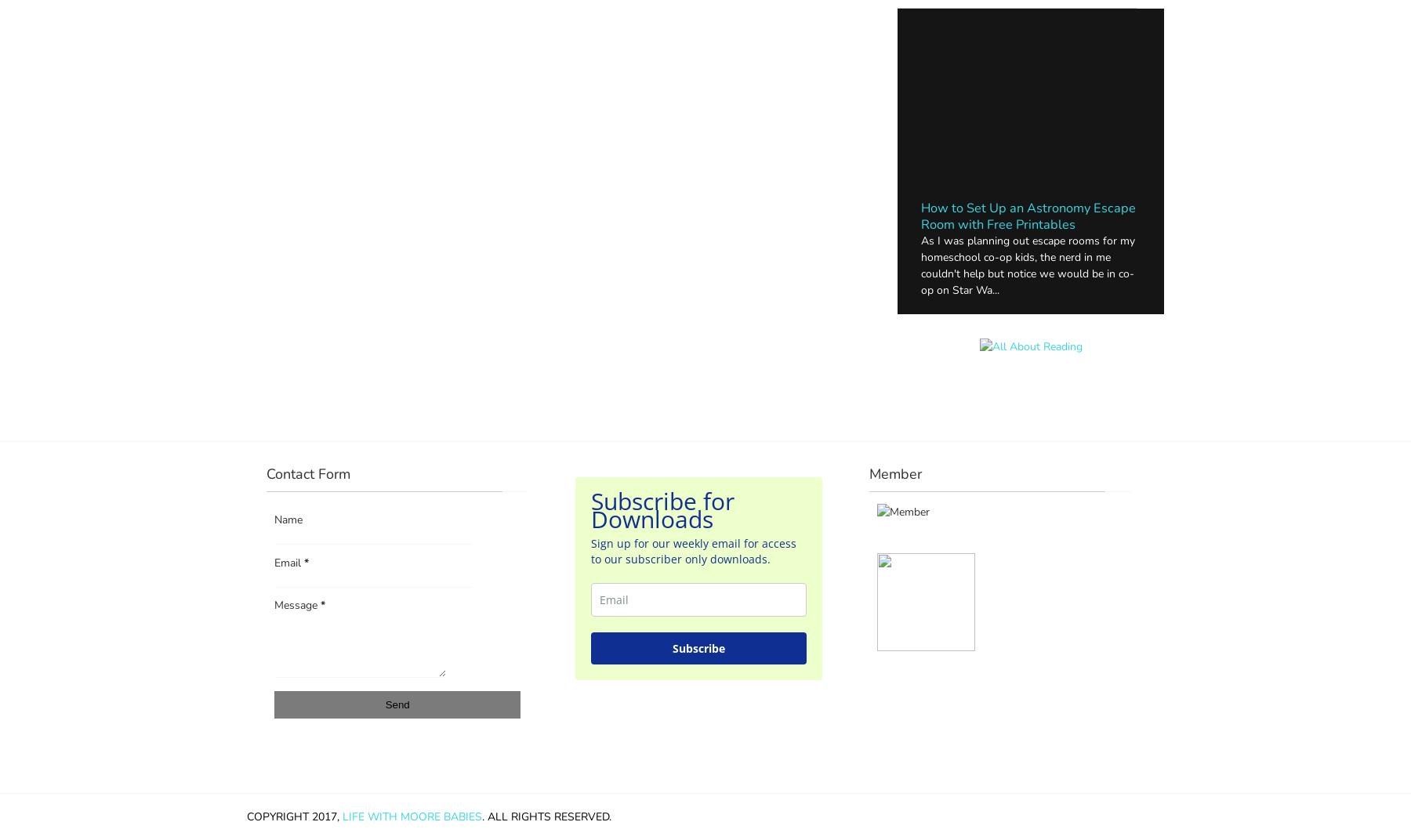 This screenshot has width=1411, height=840. I want to click on 'Subscribe for Downloads', so click(590, 509).